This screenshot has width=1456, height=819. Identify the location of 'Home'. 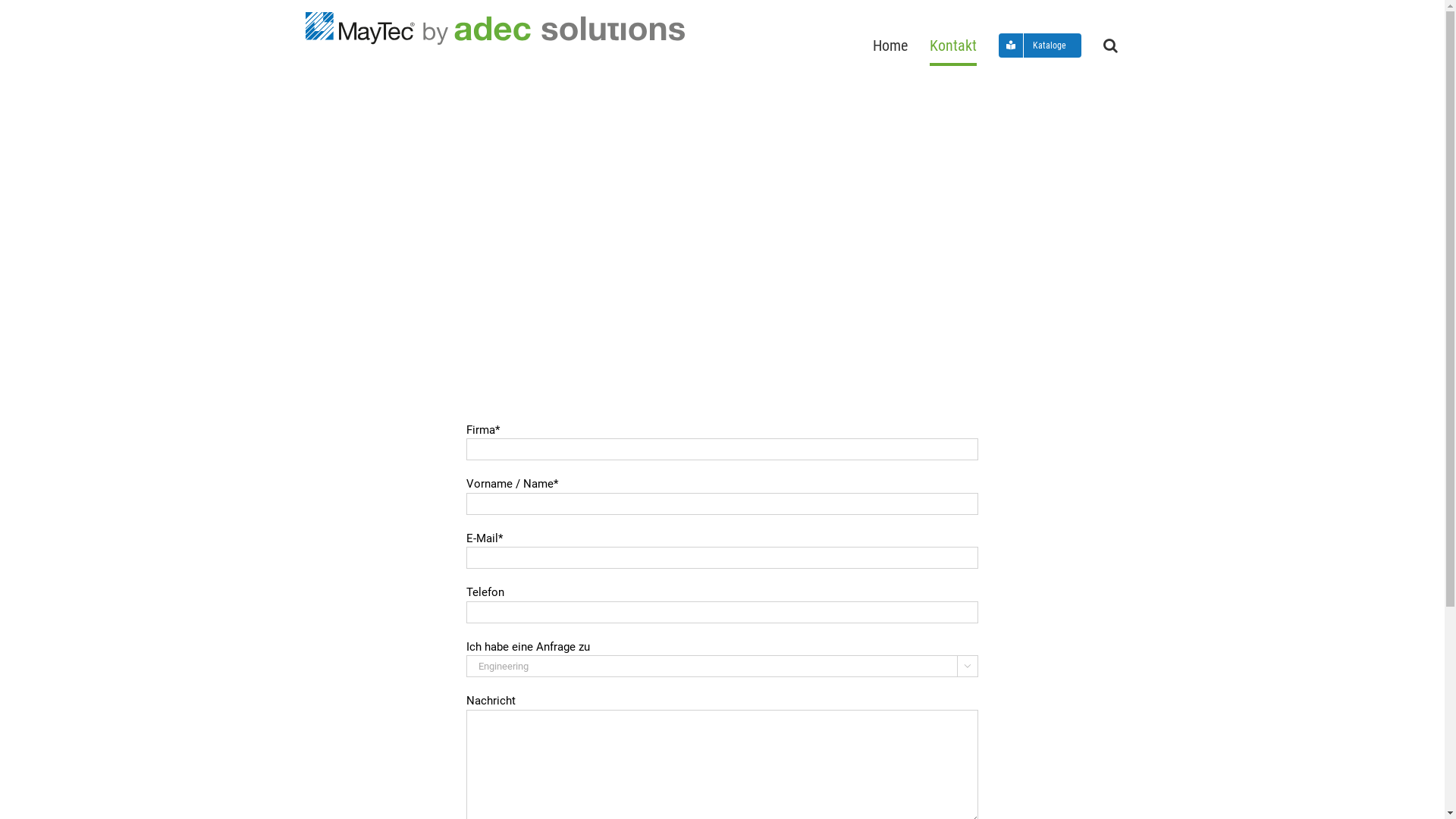
(872, 45).